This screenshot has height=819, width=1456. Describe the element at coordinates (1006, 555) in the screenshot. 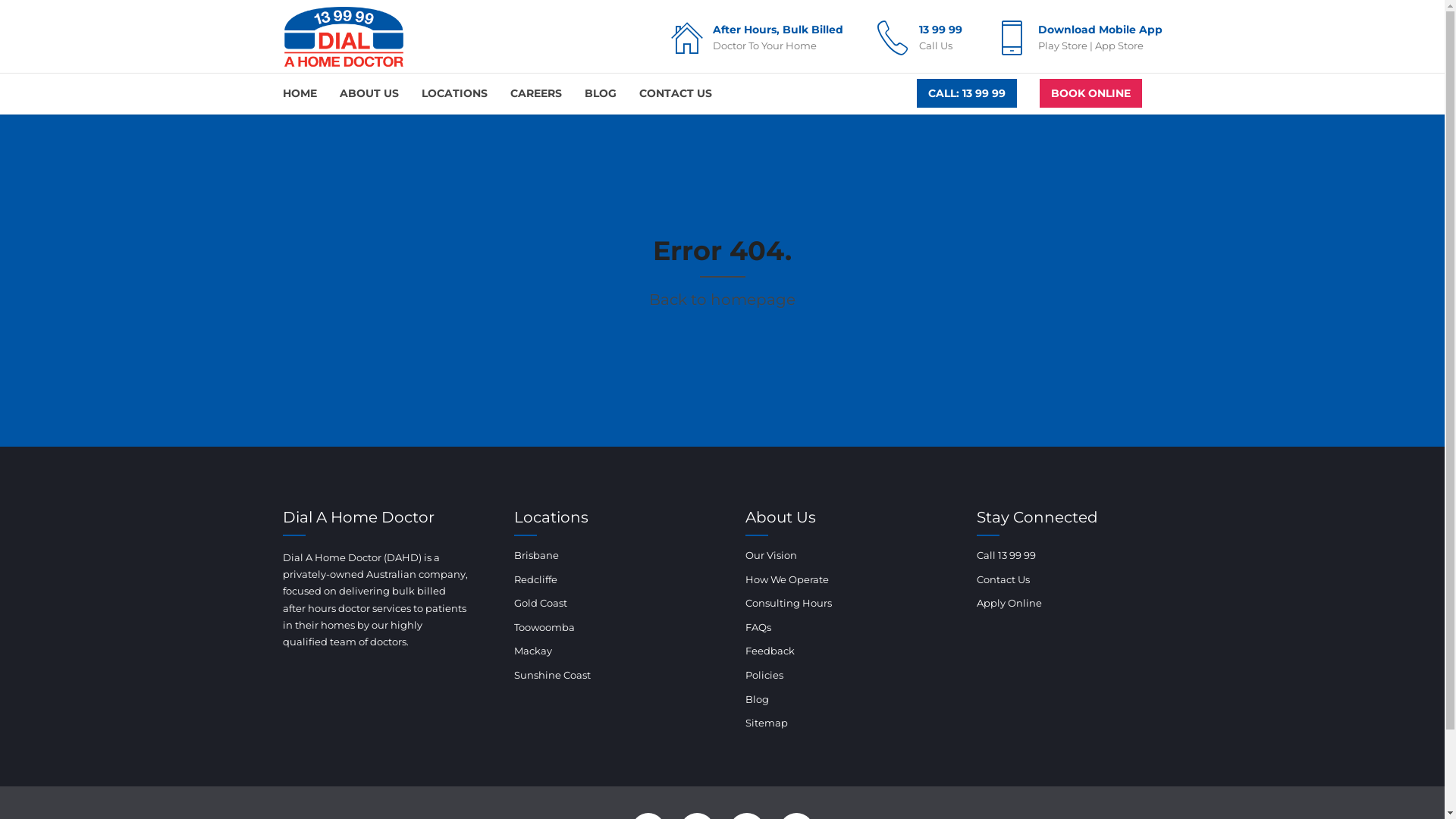

I see `'Call 13 99 99'` at that location.